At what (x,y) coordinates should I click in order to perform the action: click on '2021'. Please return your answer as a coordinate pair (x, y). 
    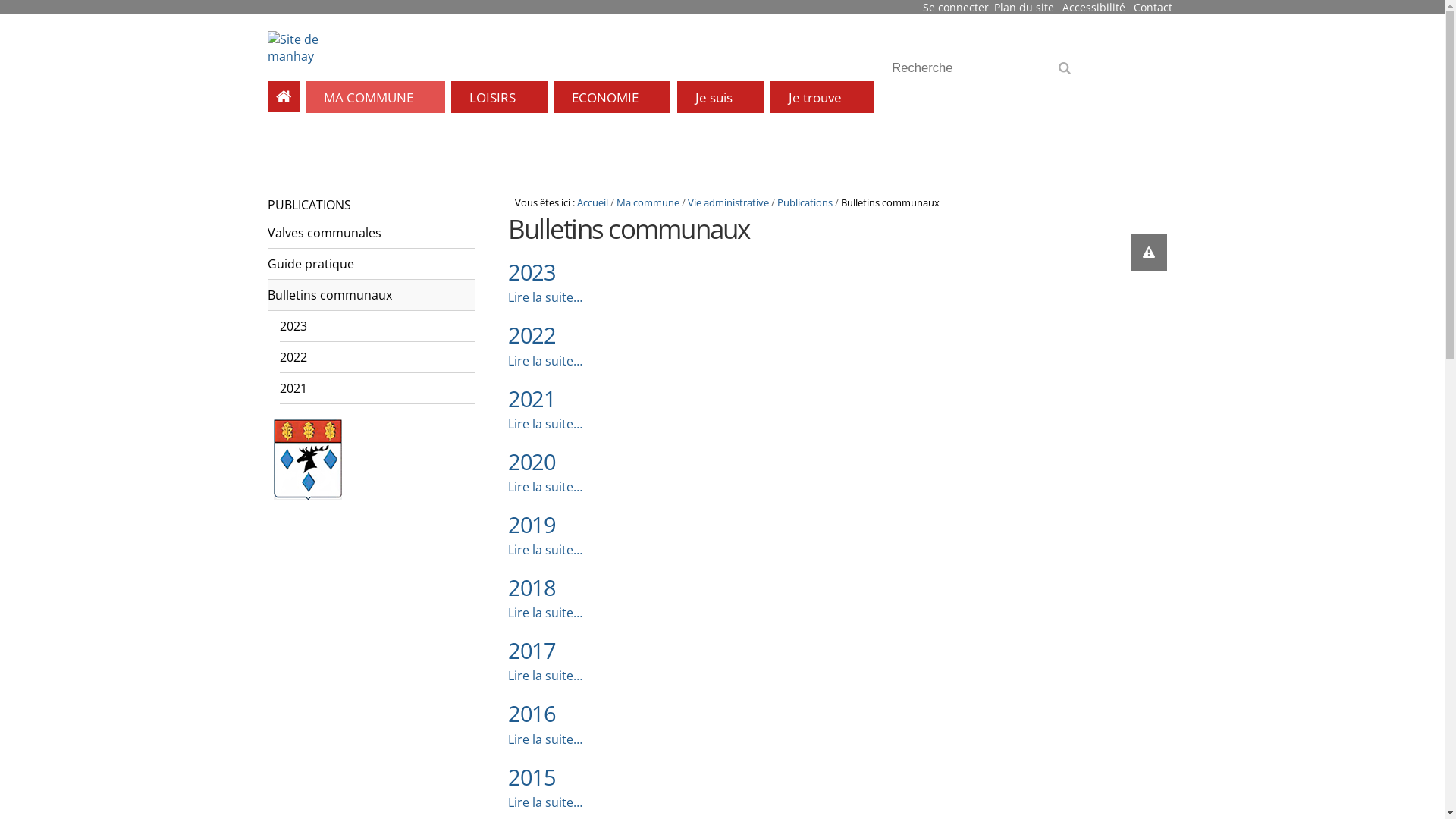
    Looking at the image, I should click on (531, 397).